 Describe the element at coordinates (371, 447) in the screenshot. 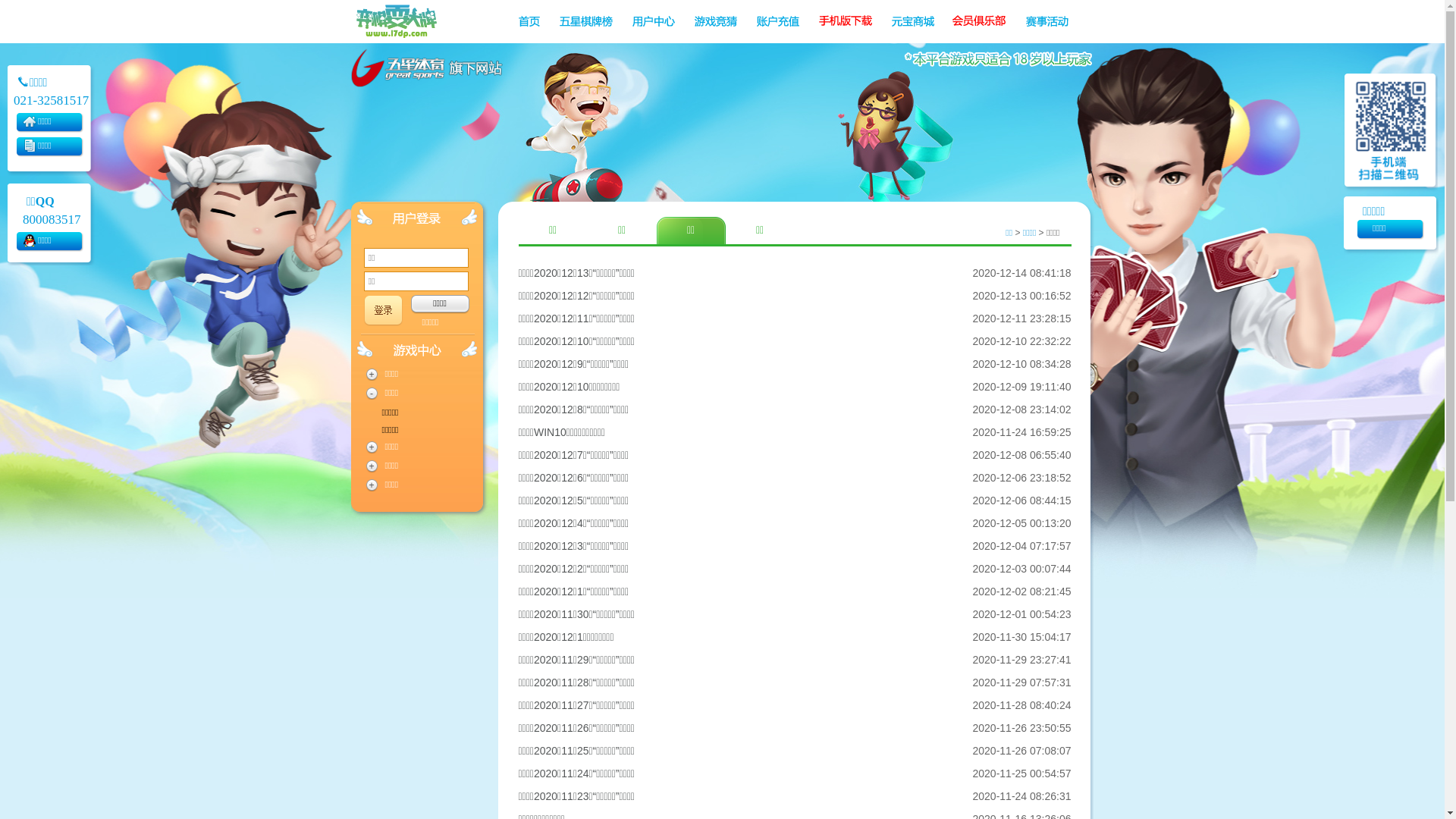

I see `'+'` at that location.